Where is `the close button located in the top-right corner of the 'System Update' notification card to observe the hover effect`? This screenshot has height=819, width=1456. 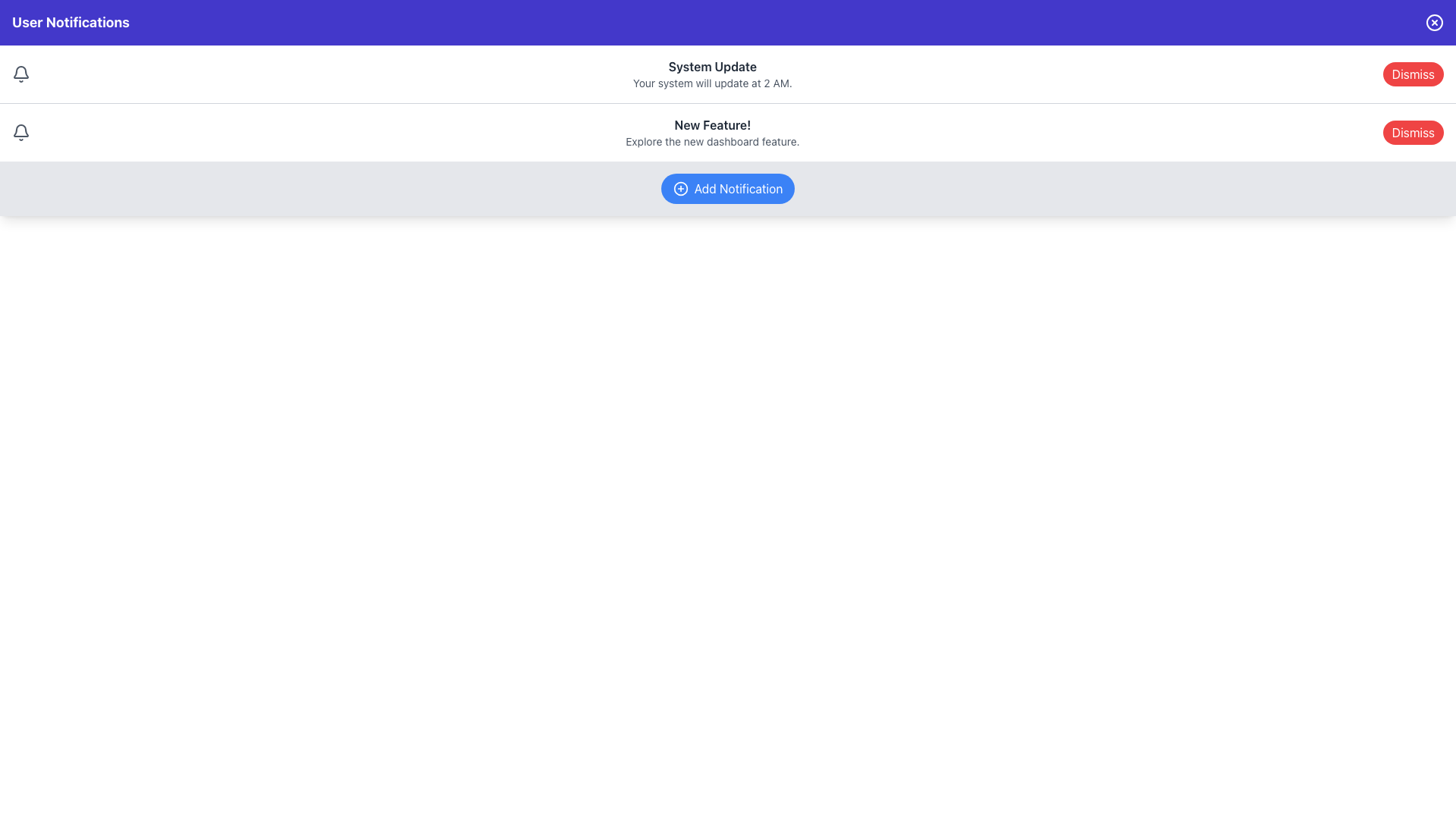 the close button located in the top-right corner of the 'System Update' notification card to observe the hover effect is located at coordinates (1412, 74).